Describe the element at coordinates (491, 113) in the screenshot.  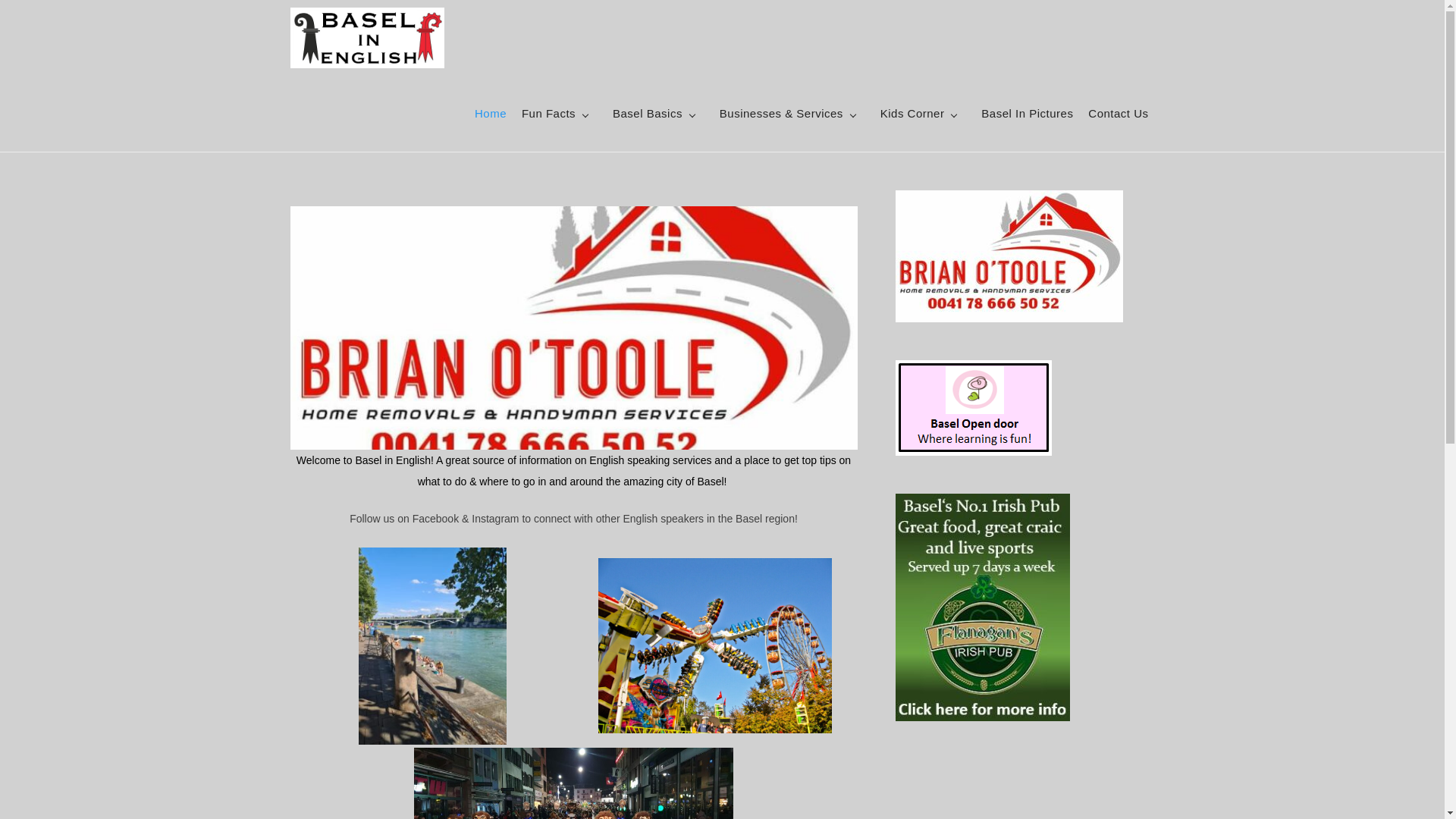
I see `'Home'` at that location.